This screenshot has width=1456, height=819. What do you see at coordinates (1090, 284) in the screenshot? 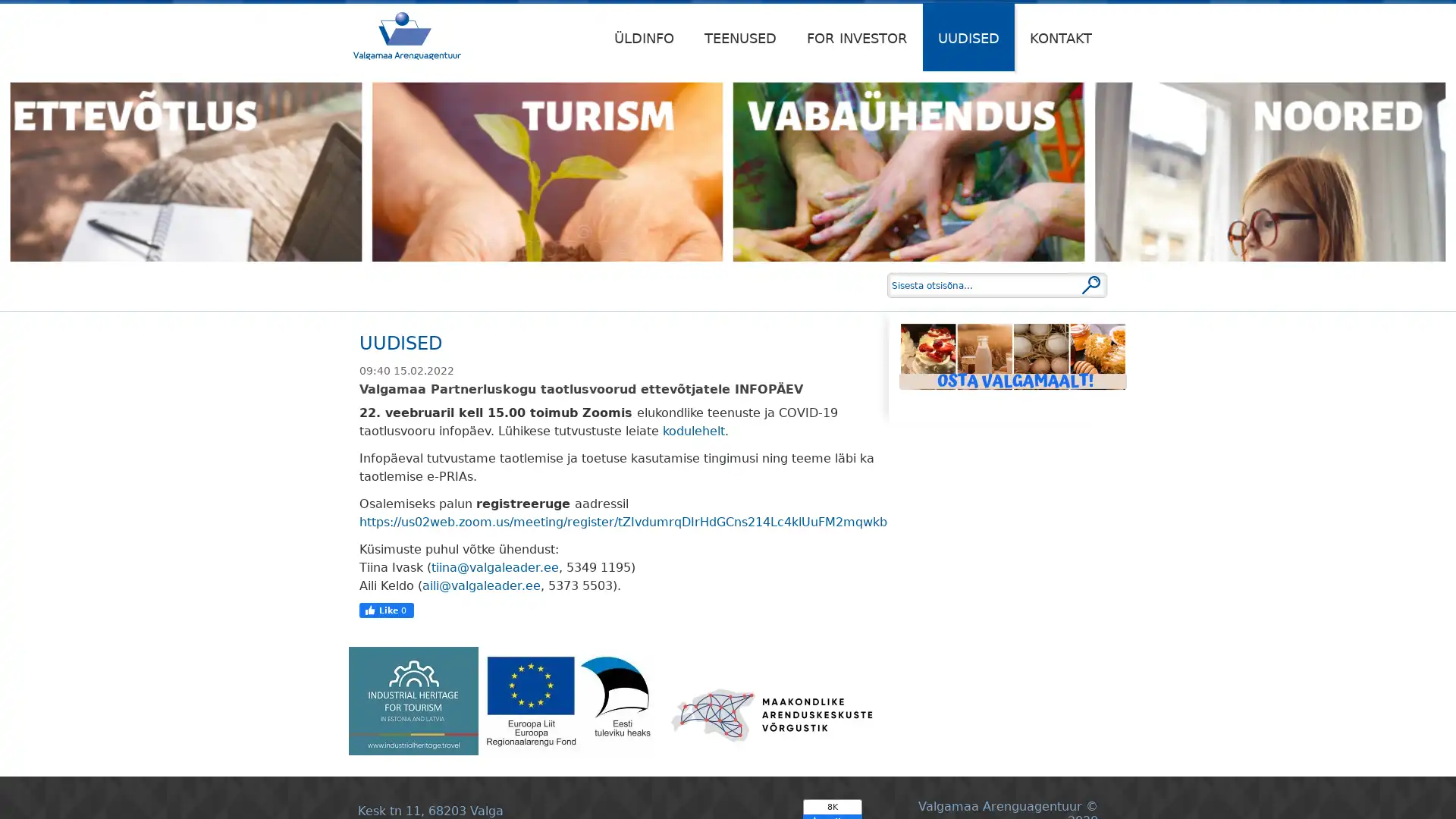
I see `Otsi` at bounding box center [1090, 284].